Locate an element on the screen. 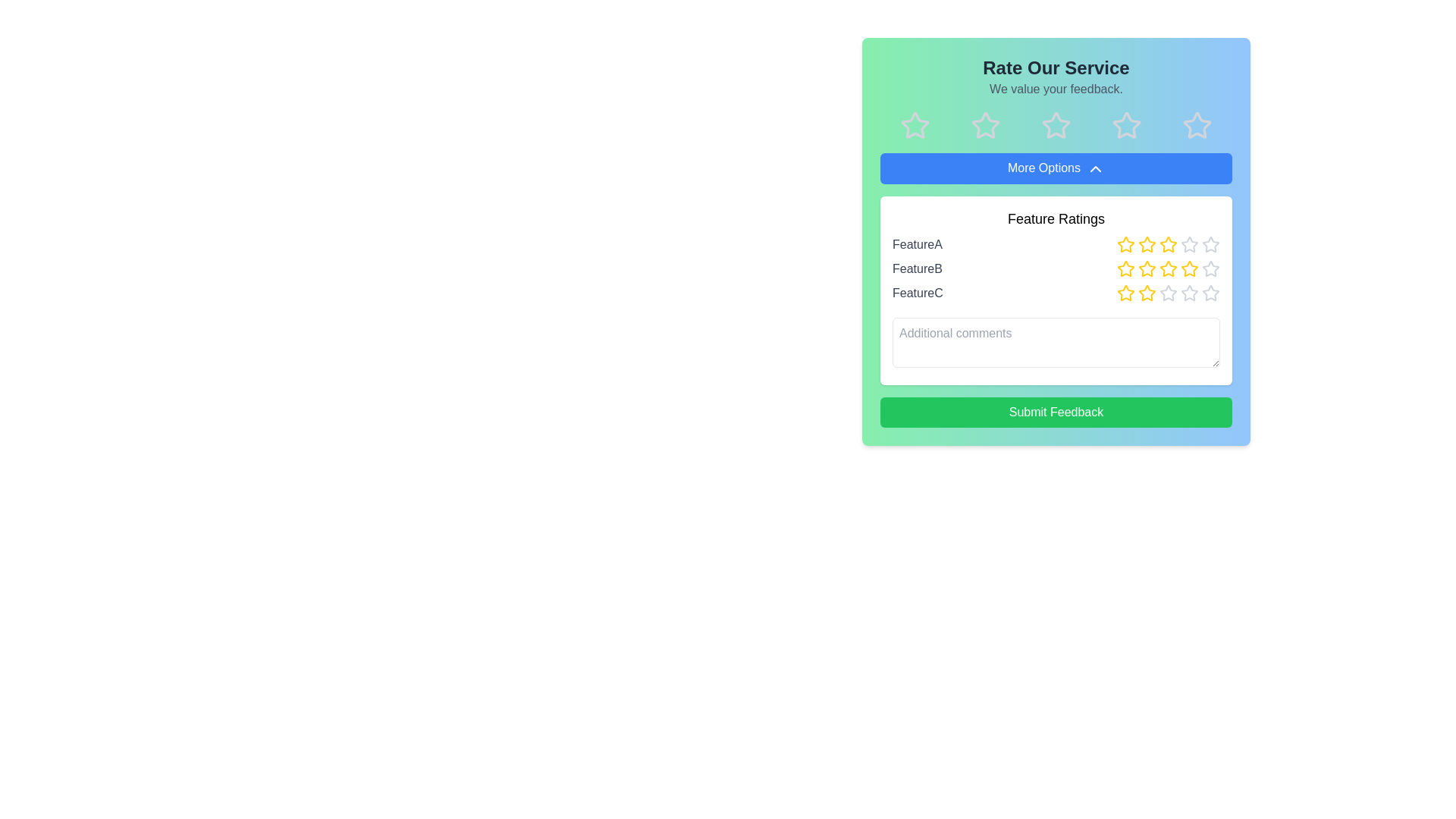 This screenshot has width=1456, height=819. the chevron-up icon styled in white color located on the blue button labeled 'More Options' is located at coordinates (1095, 168).